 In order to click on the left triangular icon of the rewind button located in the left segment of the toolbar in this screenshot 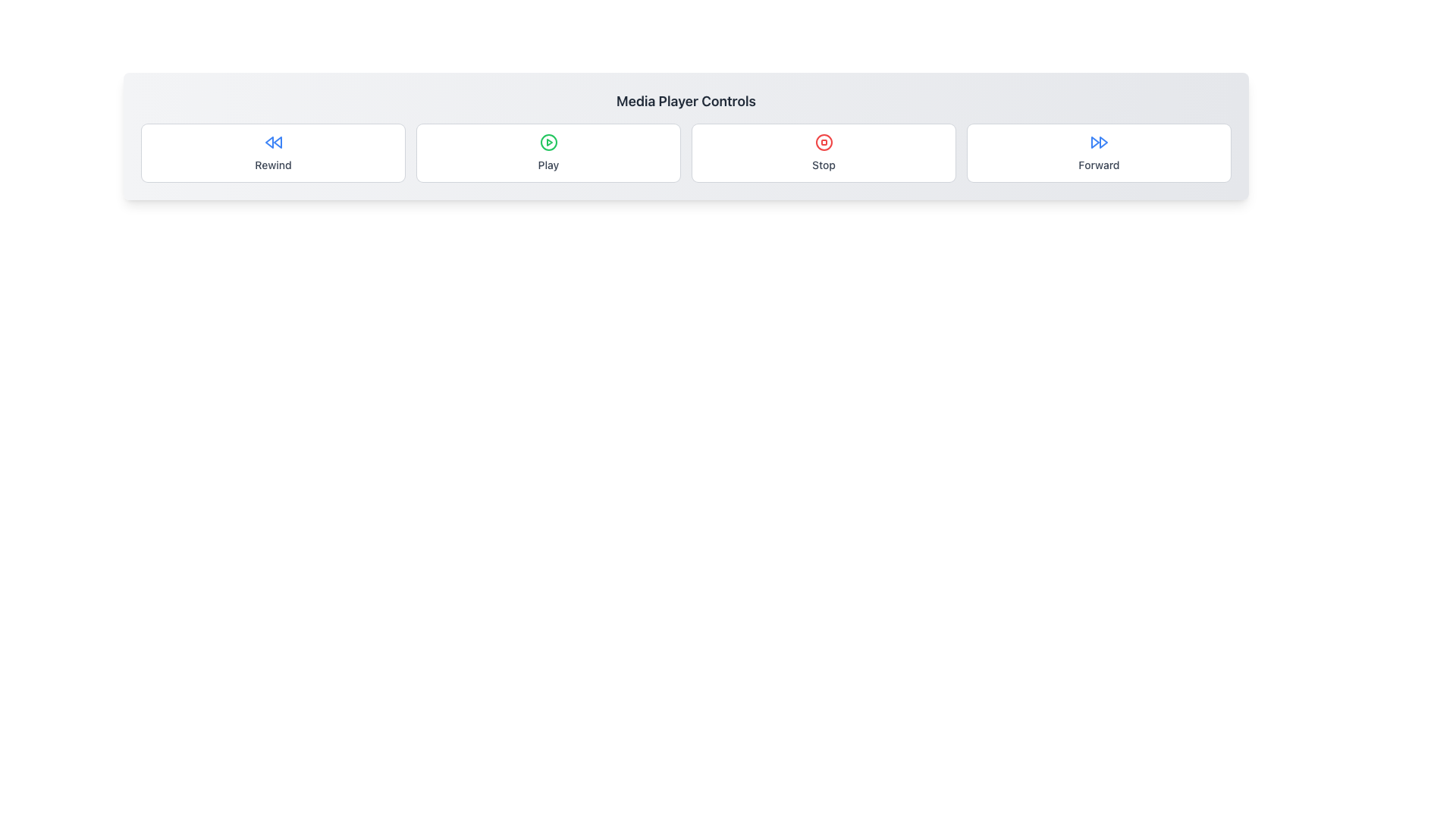, I will do `click(269, 143)`.